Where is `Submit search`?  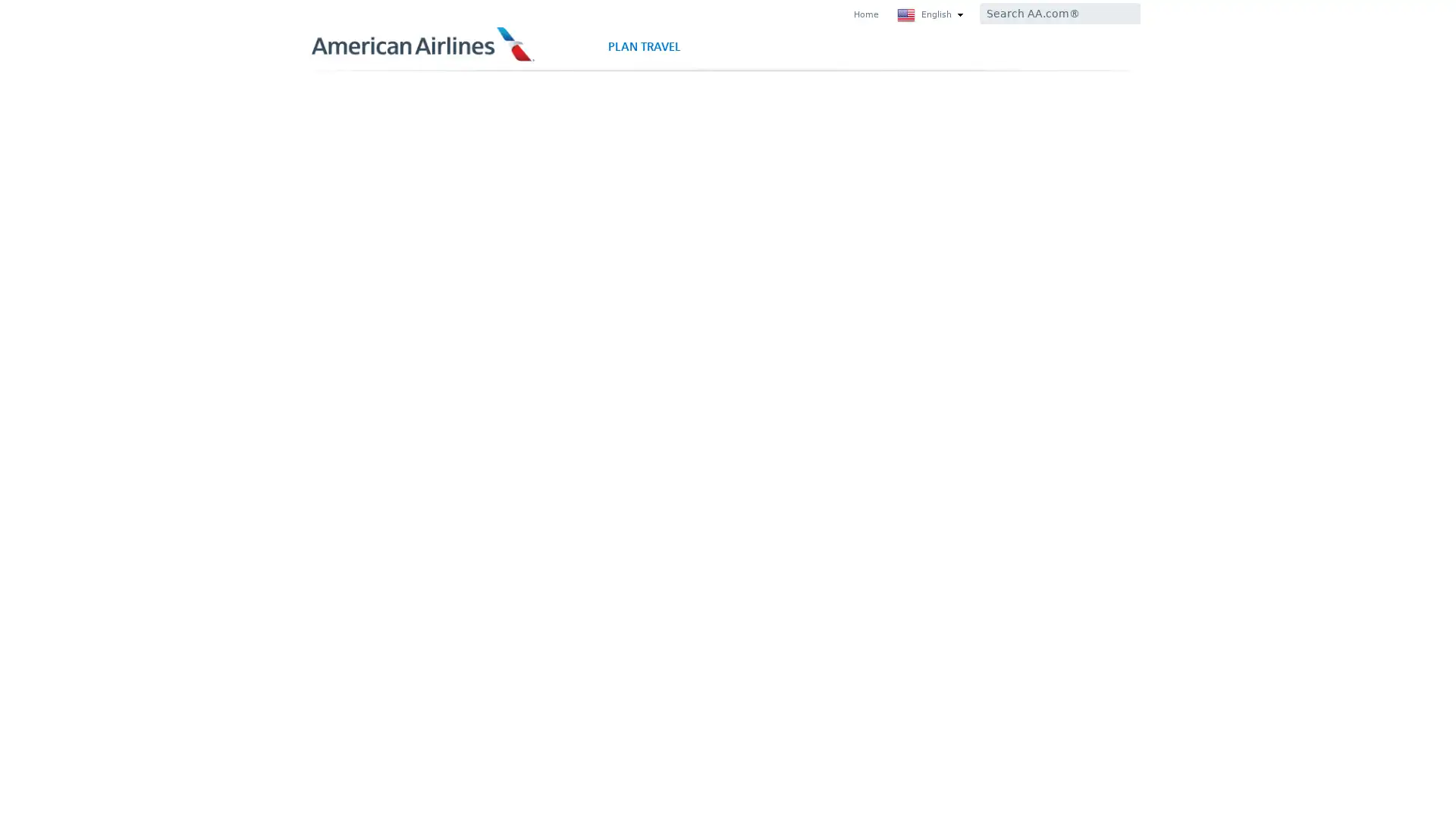
Submit search is located at coordinates (1121, 14).